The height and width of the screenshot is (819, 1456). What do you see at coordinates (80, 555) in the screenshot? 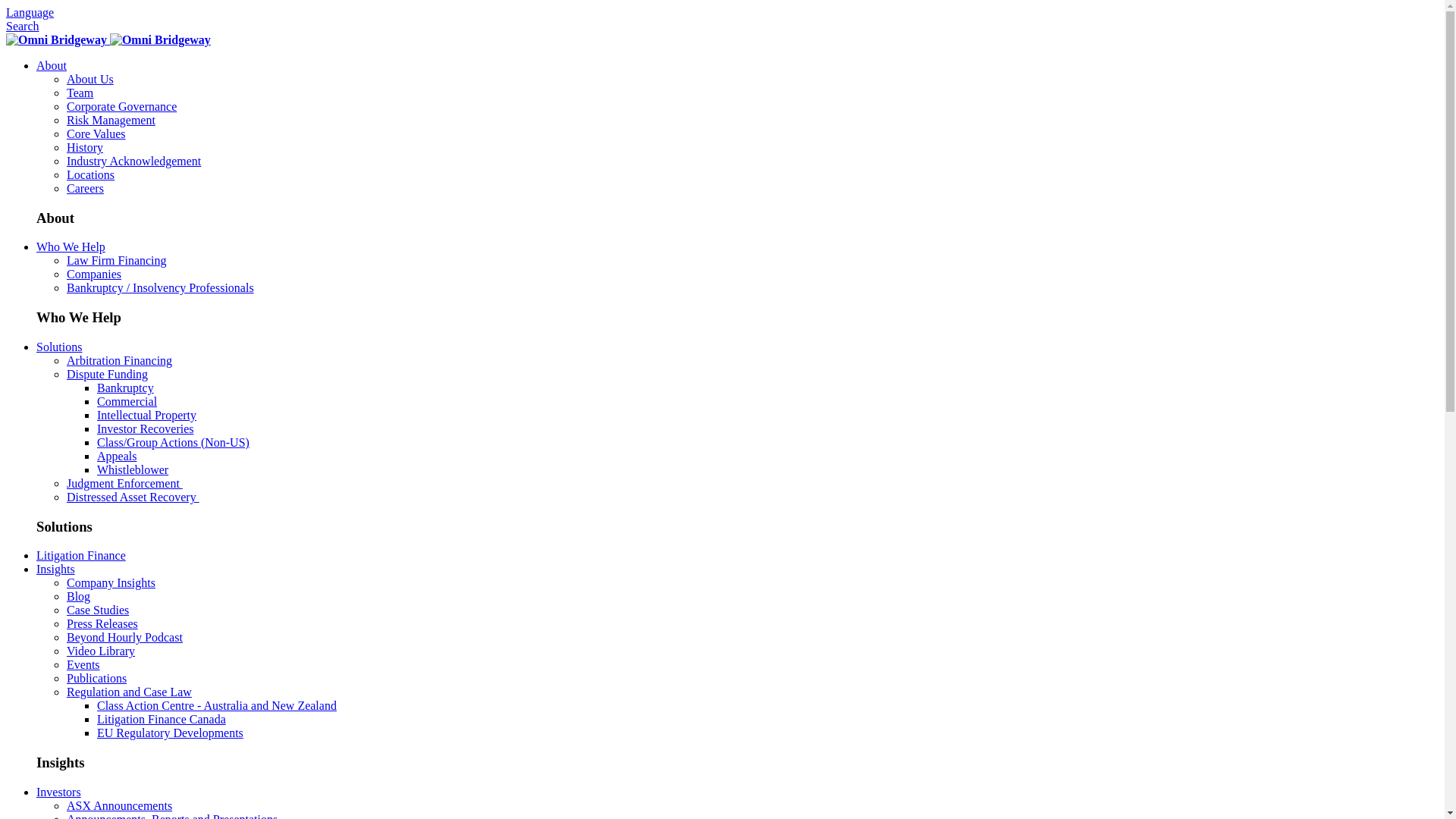
I see `'Litigation Finance'` at bounding box center [80, 555].